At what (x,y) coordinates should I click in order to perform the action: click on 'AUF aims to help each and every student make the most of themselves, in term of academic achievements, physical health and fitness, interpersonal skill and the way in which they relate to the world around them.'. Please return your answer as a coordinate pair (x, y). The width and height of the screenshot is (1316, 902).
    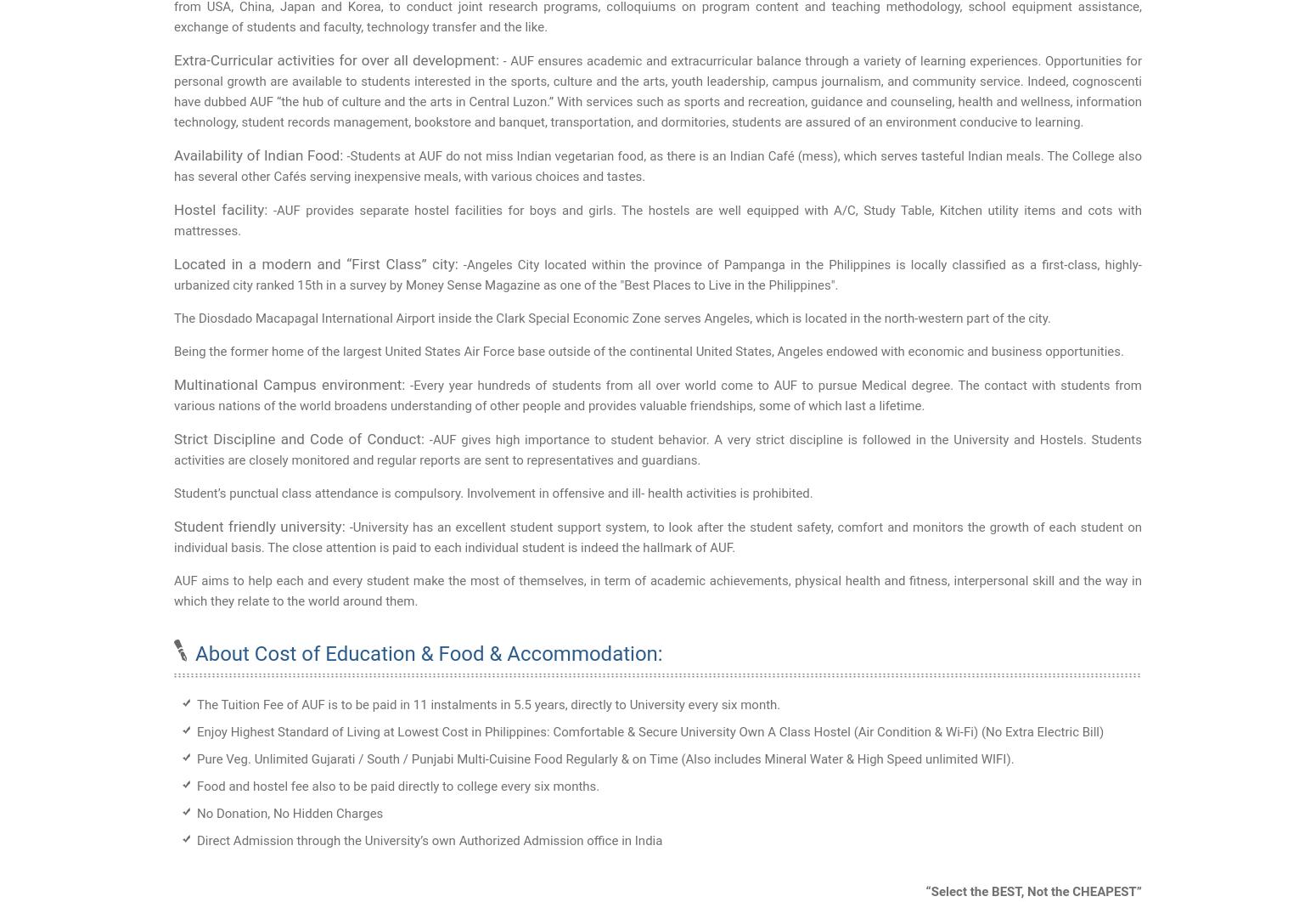
    Looking at the image, I should click on (658, 589).